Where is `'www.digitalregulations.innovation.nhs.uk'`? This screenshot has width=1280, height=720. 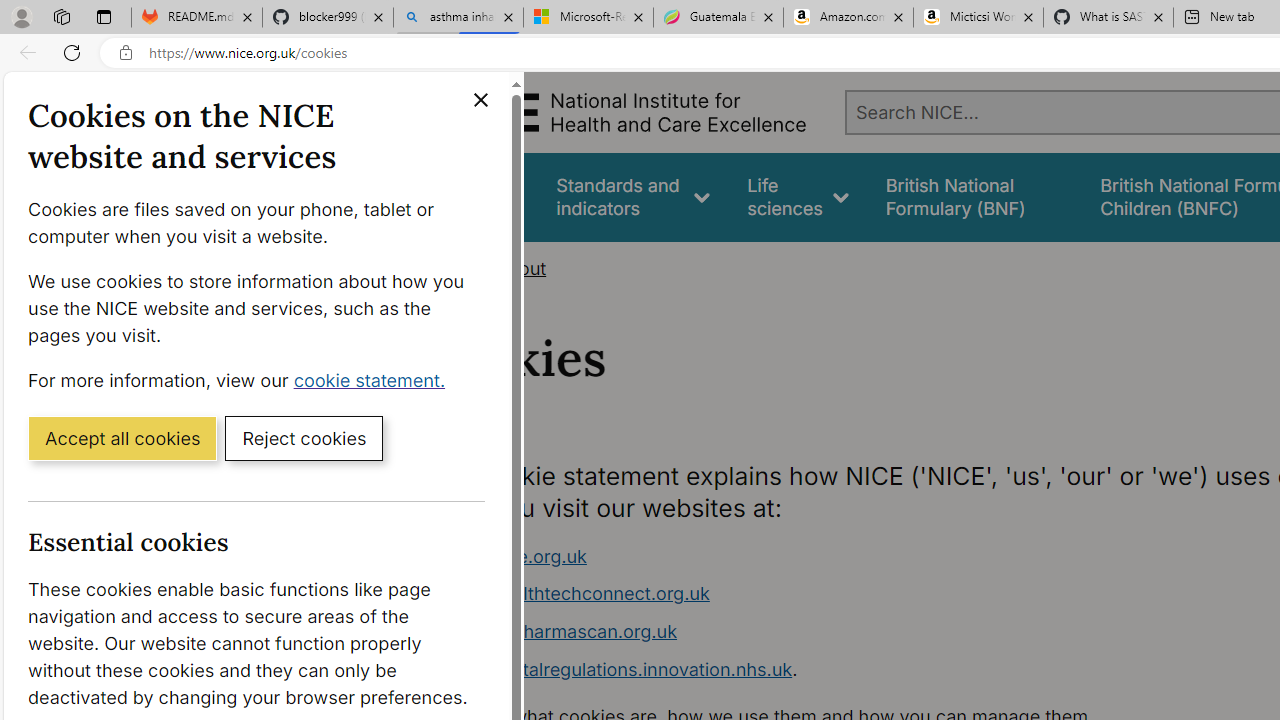
'www.digitalregulations.innovation.nhs.uk' is located at coordinates (617, 668).